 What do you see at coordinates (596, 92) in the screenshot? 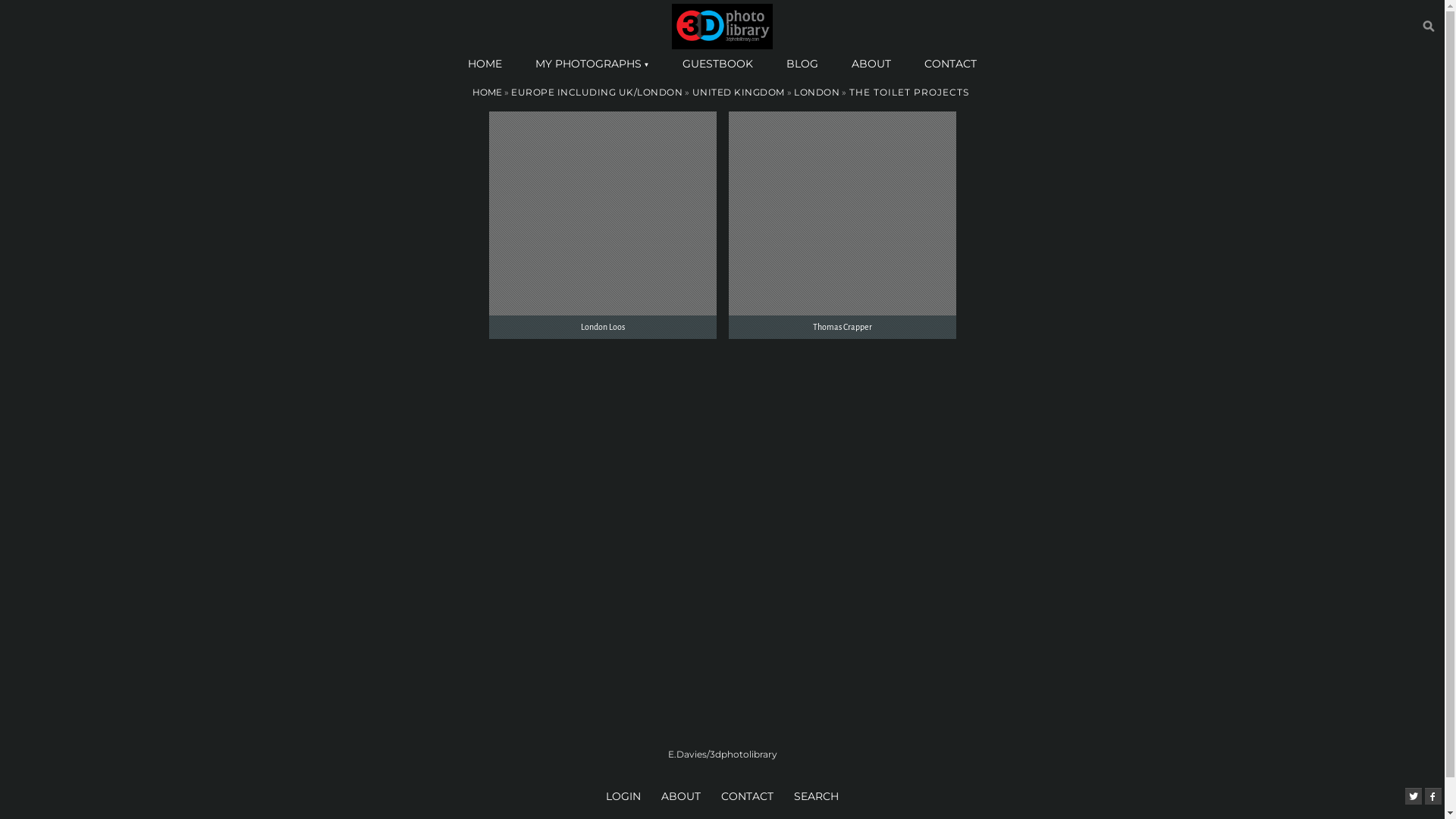
I see `'EUROPE INCLUDING UK/LONDON'` at bounding box center [596, 92].